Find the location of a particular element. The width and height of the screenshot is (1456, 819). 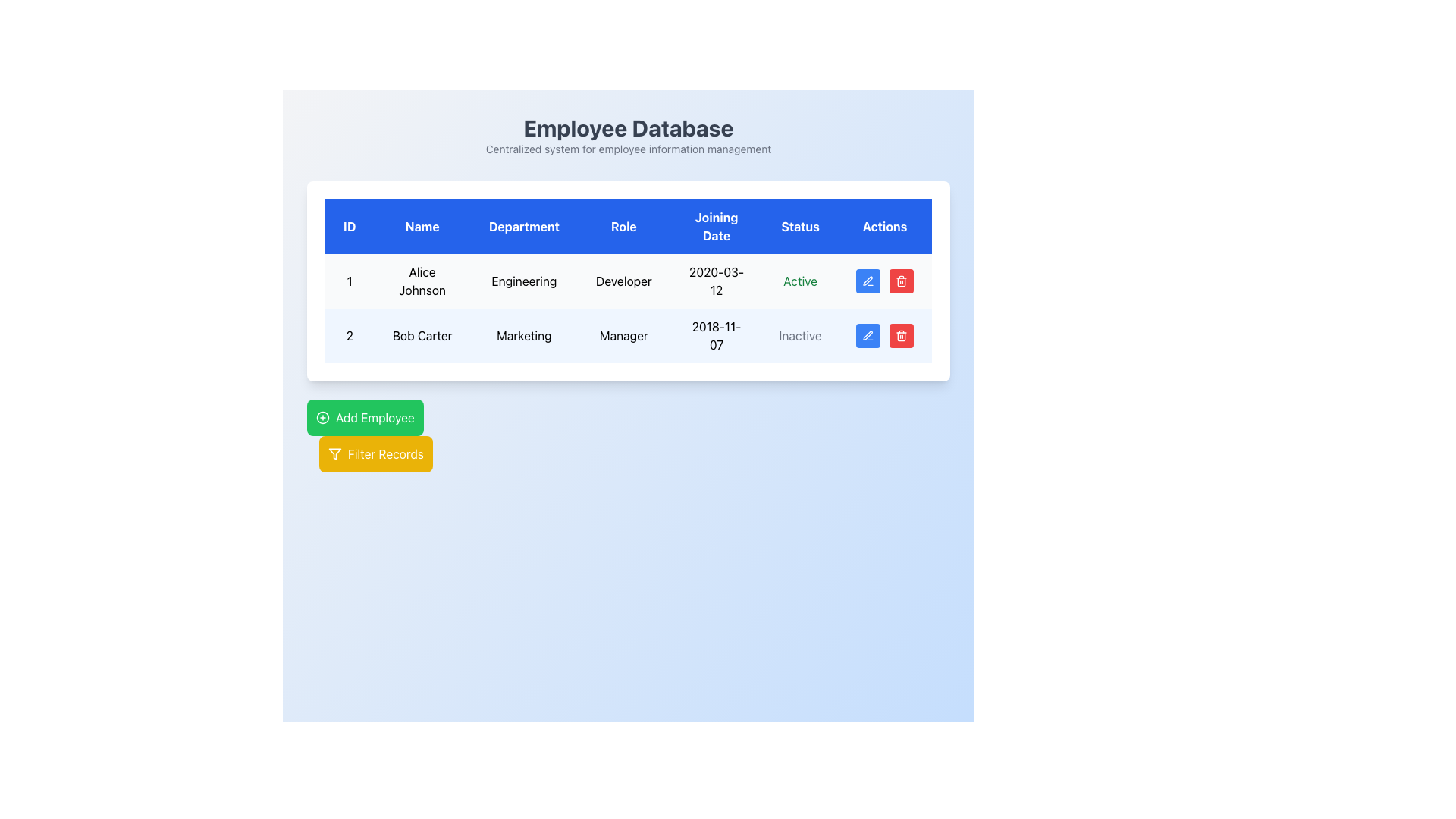

the pen-shaped icon button located in the 'Actions' column of the second row to initiate editing functionality is located at coordinates (868, 281).